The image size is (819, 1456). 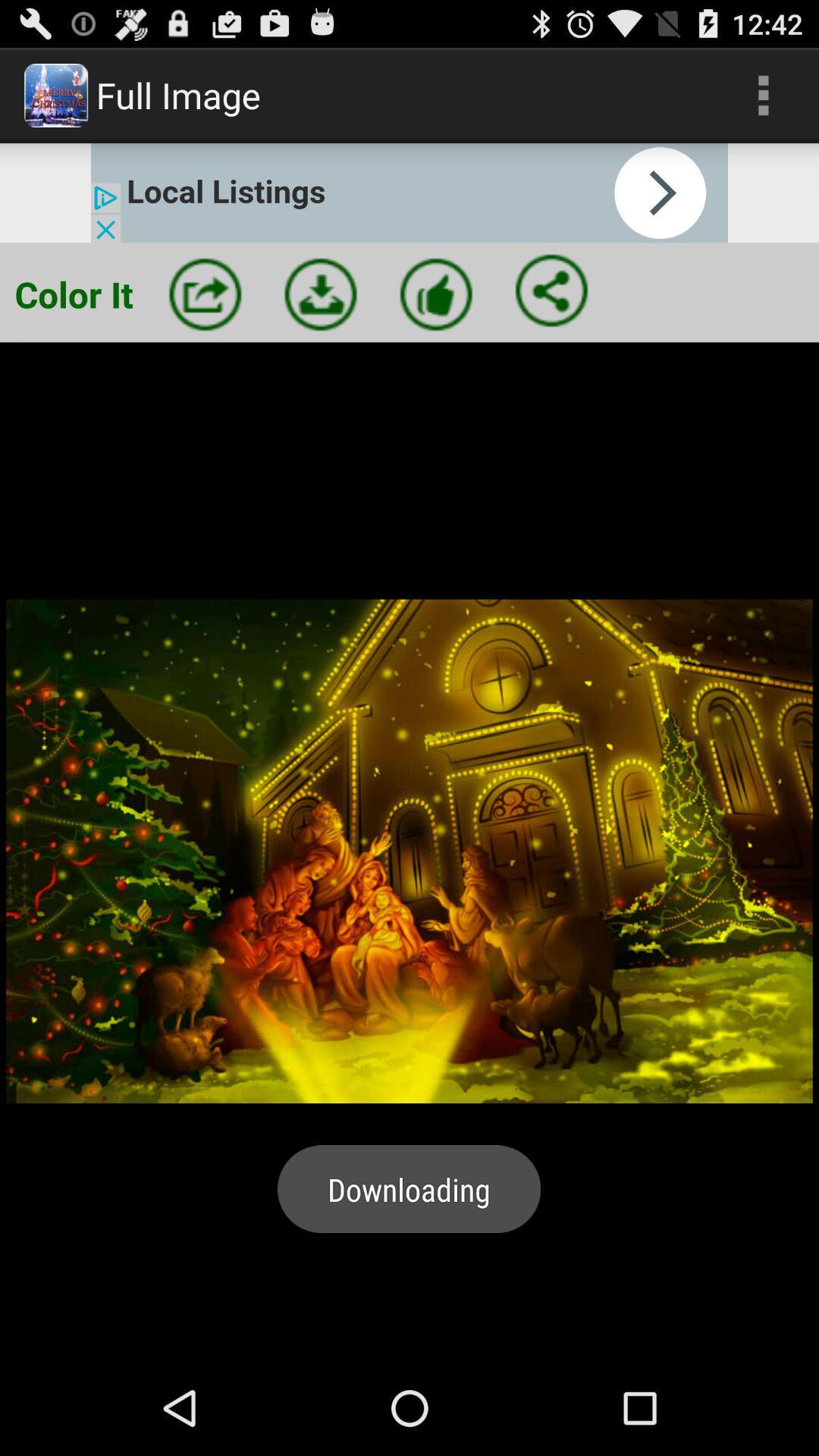 I want to click on link to advertisement, so click(x=409, y=192).